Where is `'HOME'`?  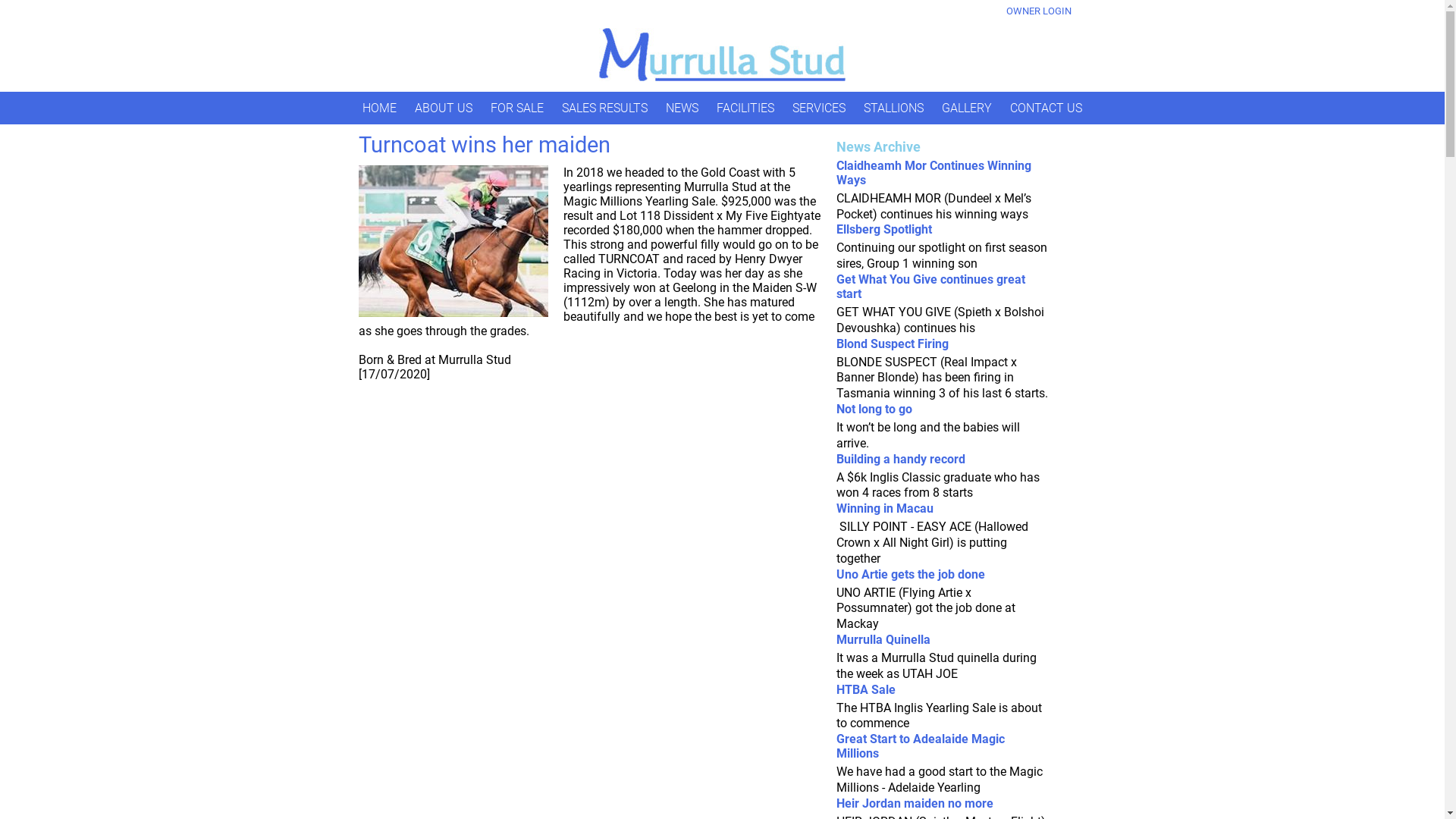
'HOME' is located at coordinates (383, 107).